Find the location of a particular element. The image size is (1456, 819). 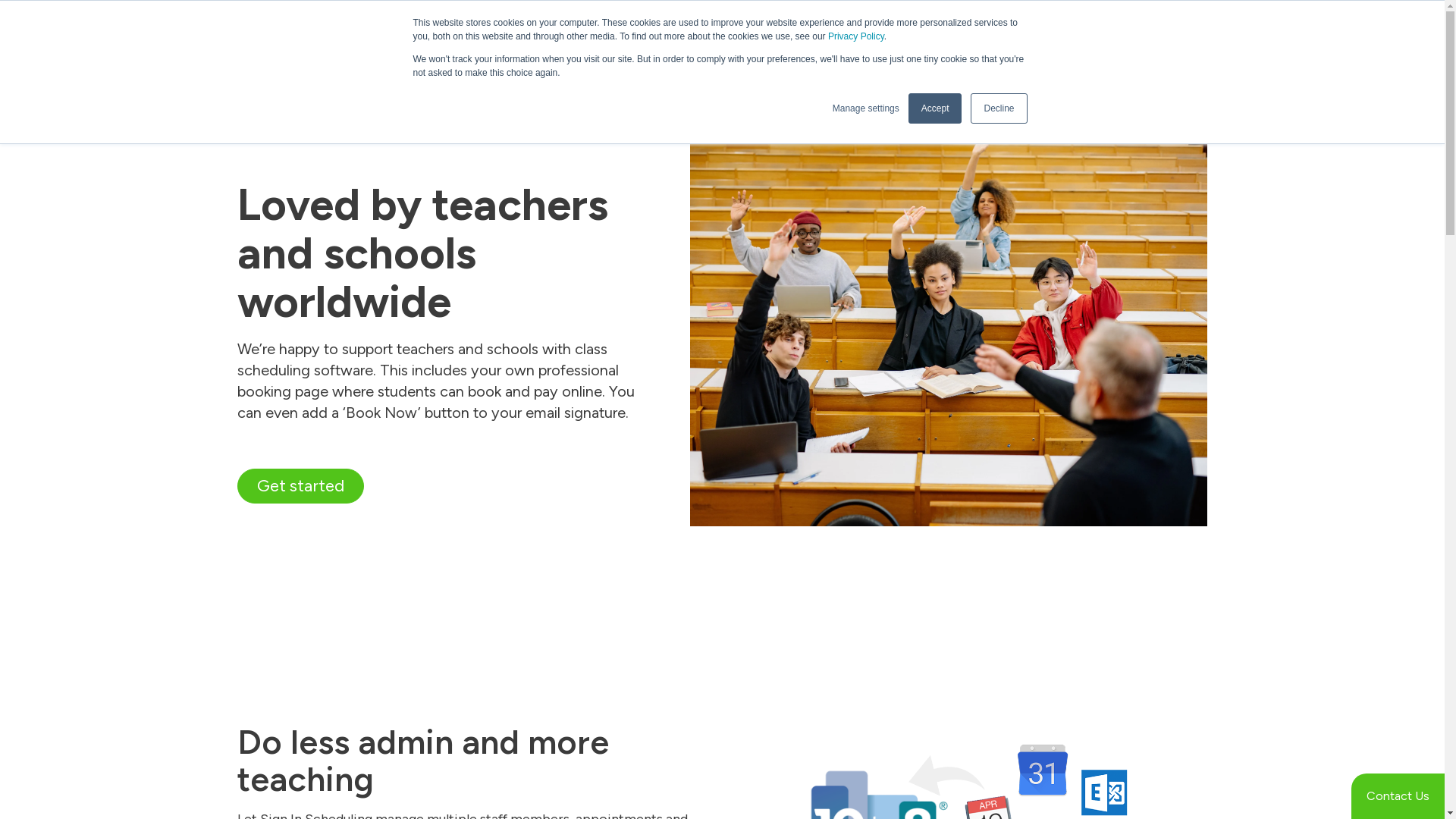

'Save your seat' is located at coordinates (1008, 17).